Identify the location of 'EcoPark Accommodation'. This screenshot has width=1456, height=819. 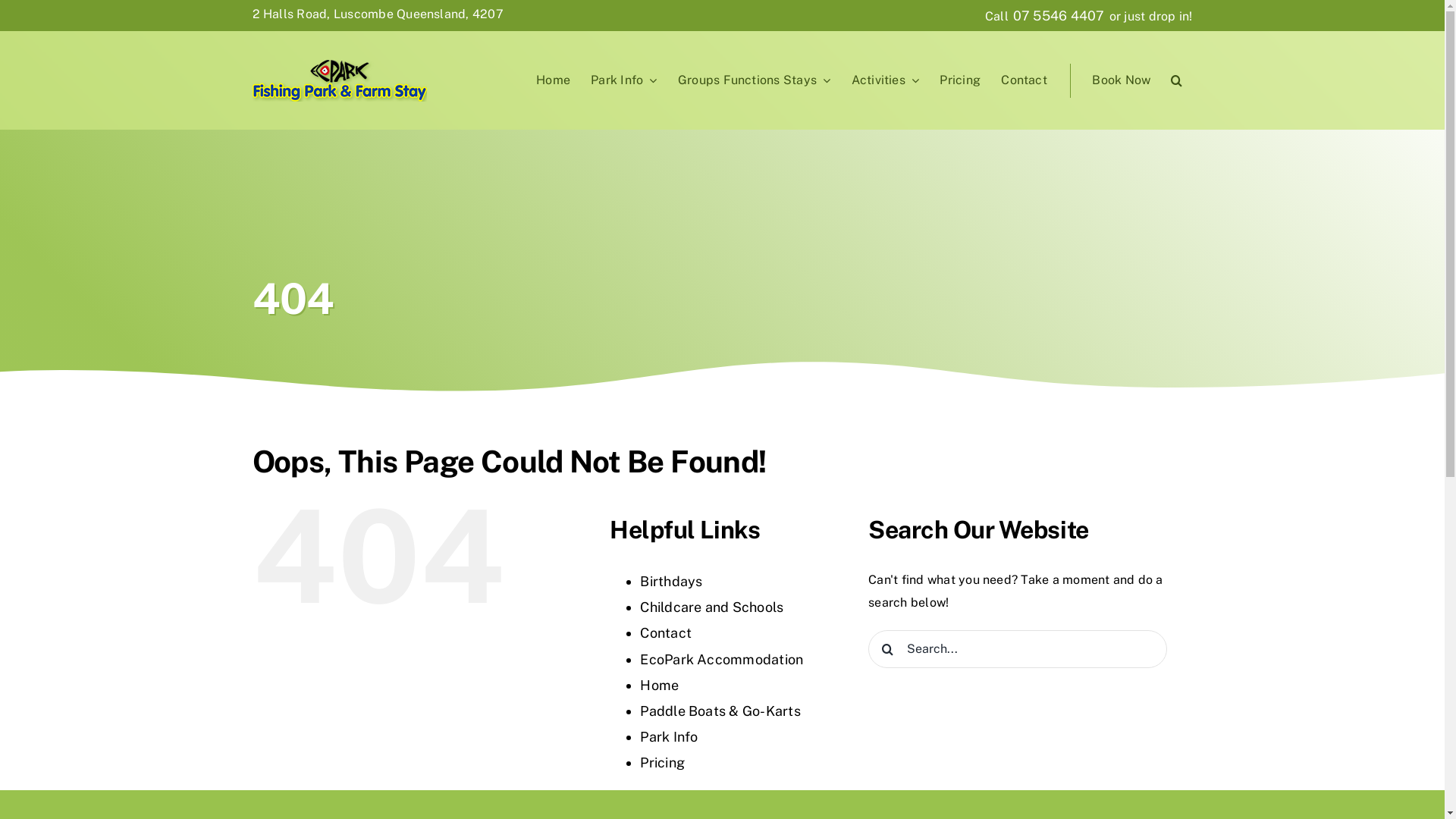
(720, 658).